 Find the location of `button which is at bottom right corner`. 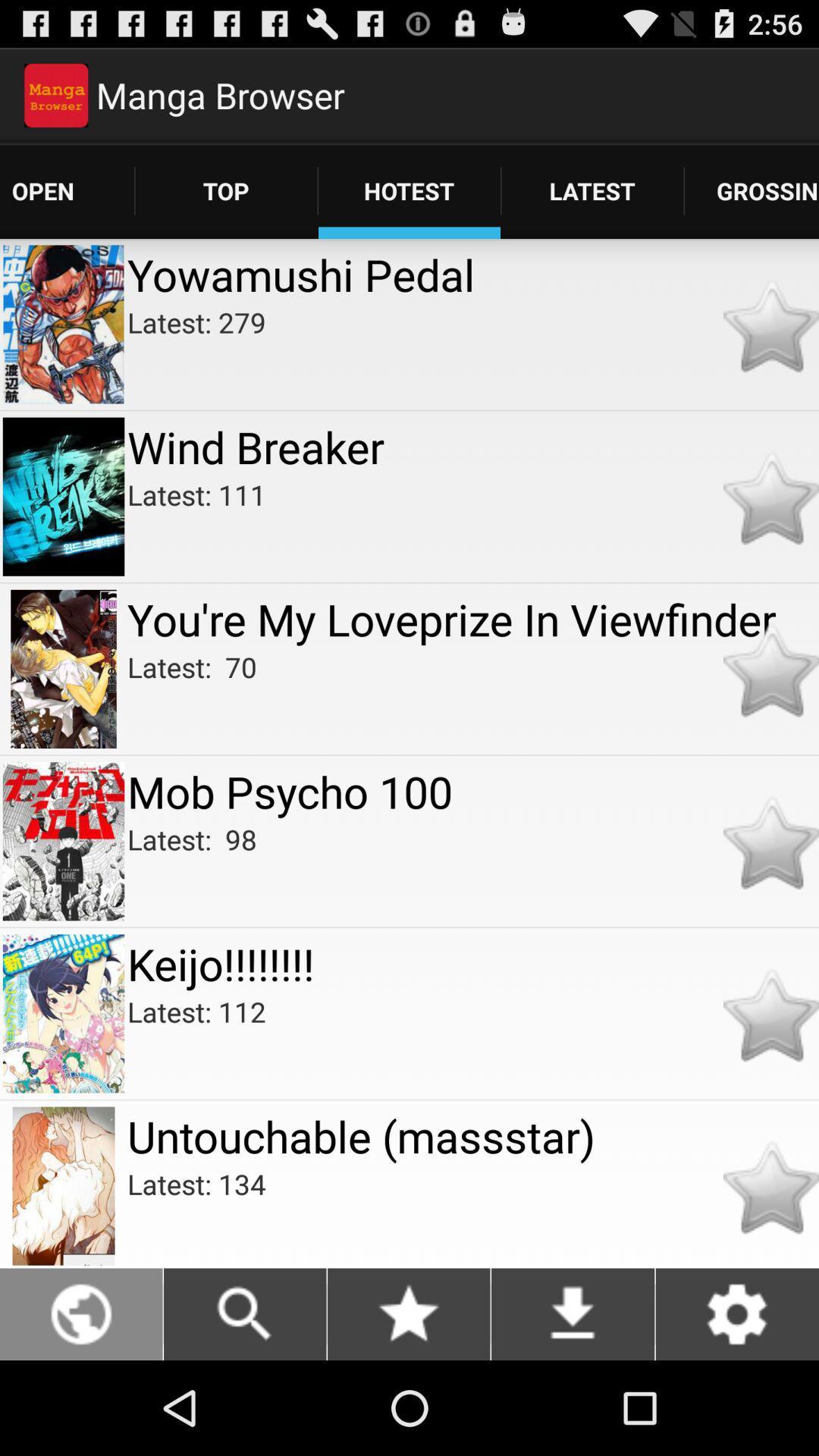

button which is at bottom right corner is located at coordinates (736, 1313).